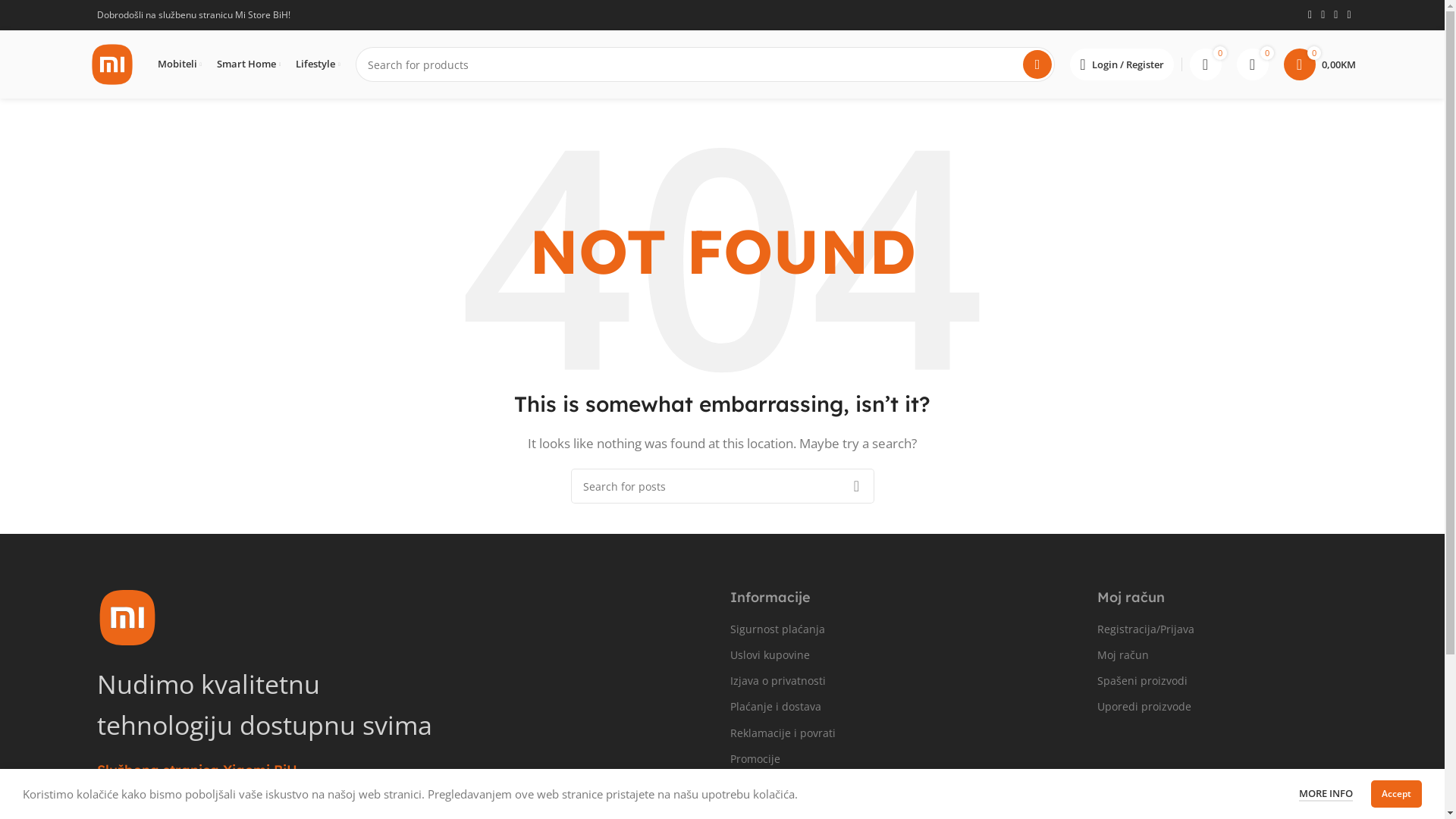 This screenshot has width=1456, height=819. I want to click on '0', so click(1203, 63).